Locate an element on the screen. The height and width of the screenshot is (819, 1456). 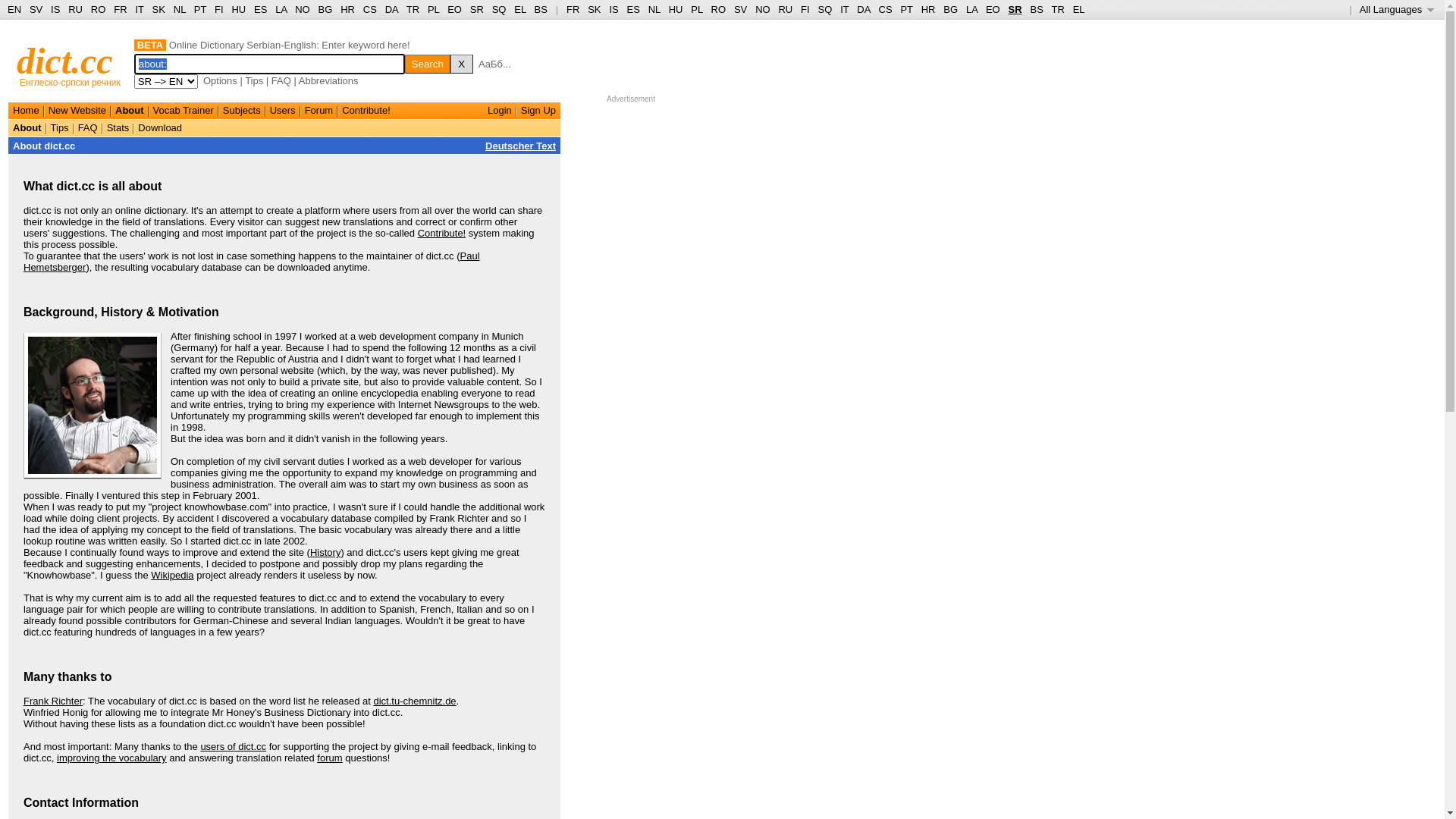
'SR' is located at coordinates (475, 9).